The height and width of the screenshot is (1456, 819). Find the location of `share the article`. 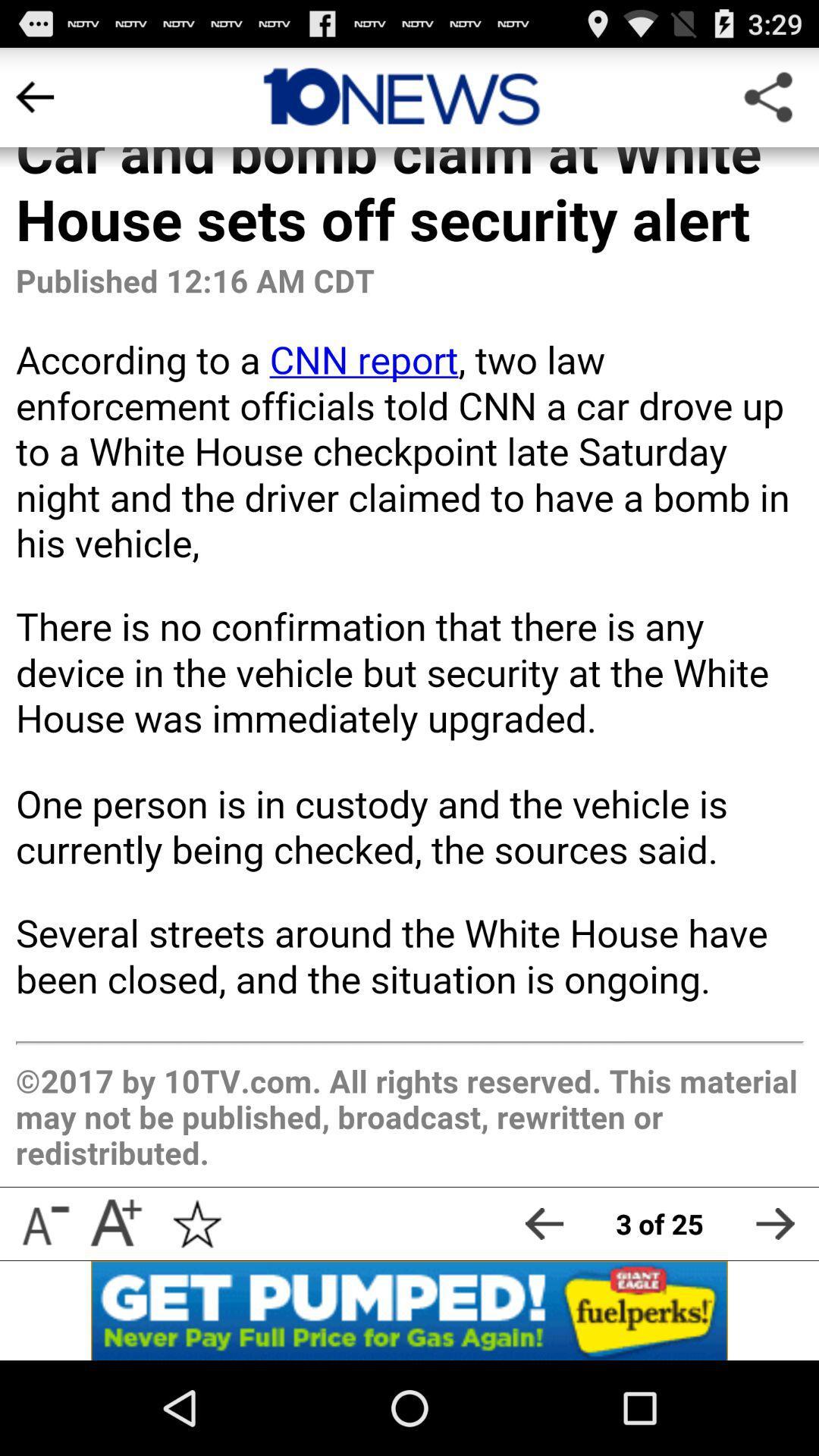

share the article is located at coordinates (775, 1223).